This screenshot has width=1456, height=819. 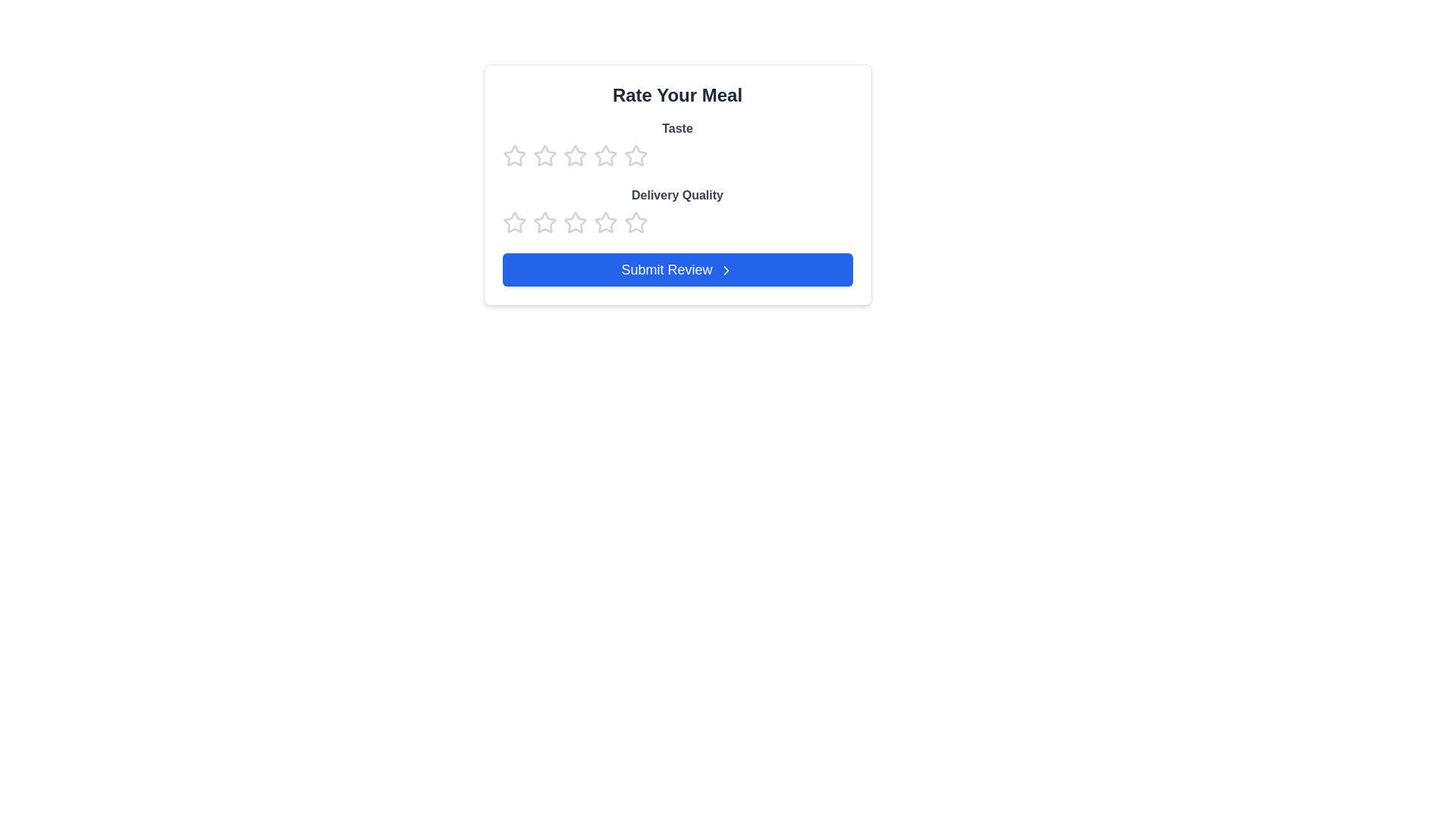 I want to click on the star icons in the 'Rate Your Meal' section to provide ratings for 'Taste' and 'Delivery Quality', so click(x=676, y=184).